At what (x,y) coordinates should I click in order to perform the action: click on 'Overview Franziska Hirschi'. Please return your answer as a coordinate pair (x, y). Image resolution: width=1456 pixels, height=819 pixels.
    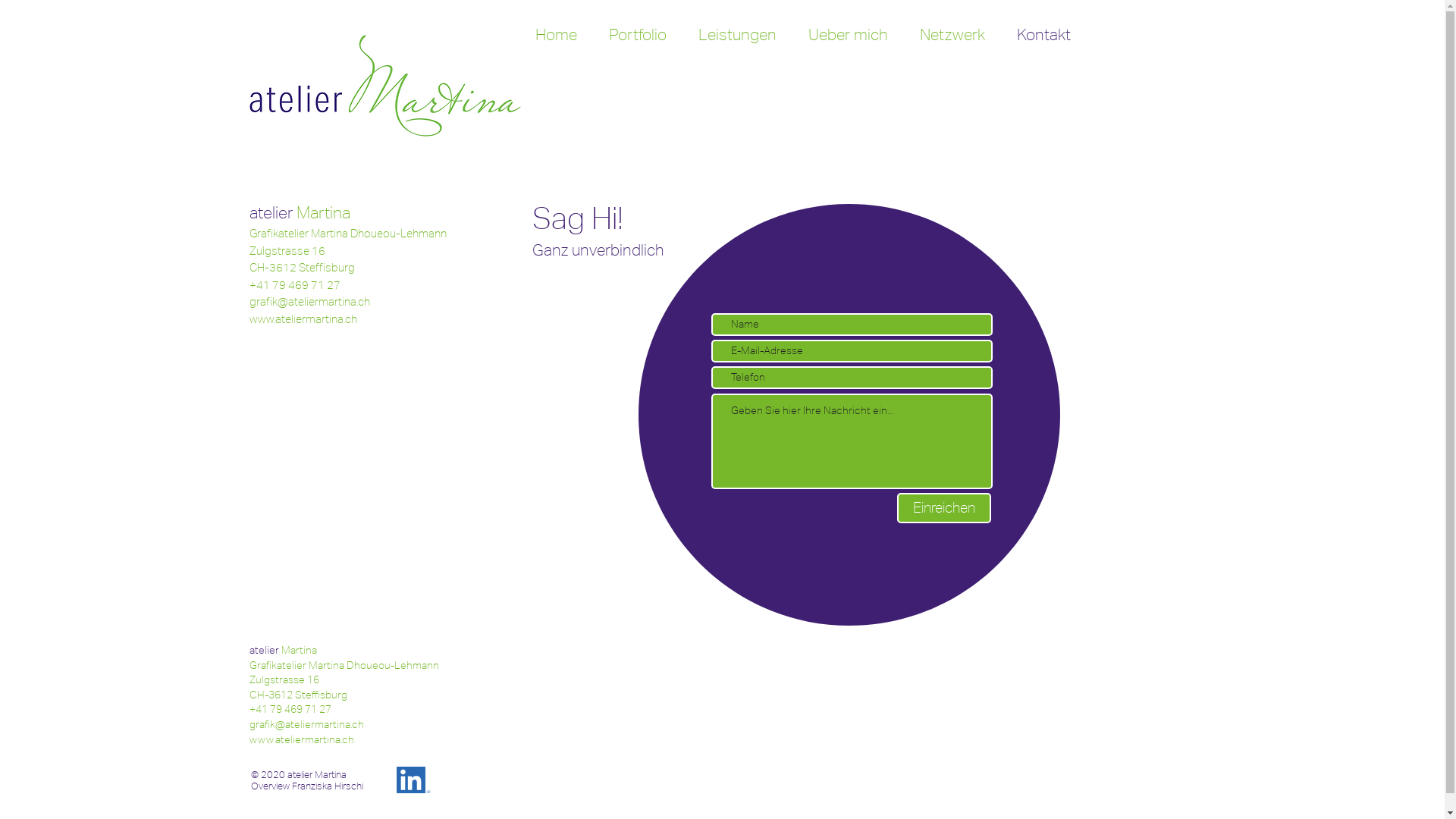
    Looking at the image, I should click on (305, 785).